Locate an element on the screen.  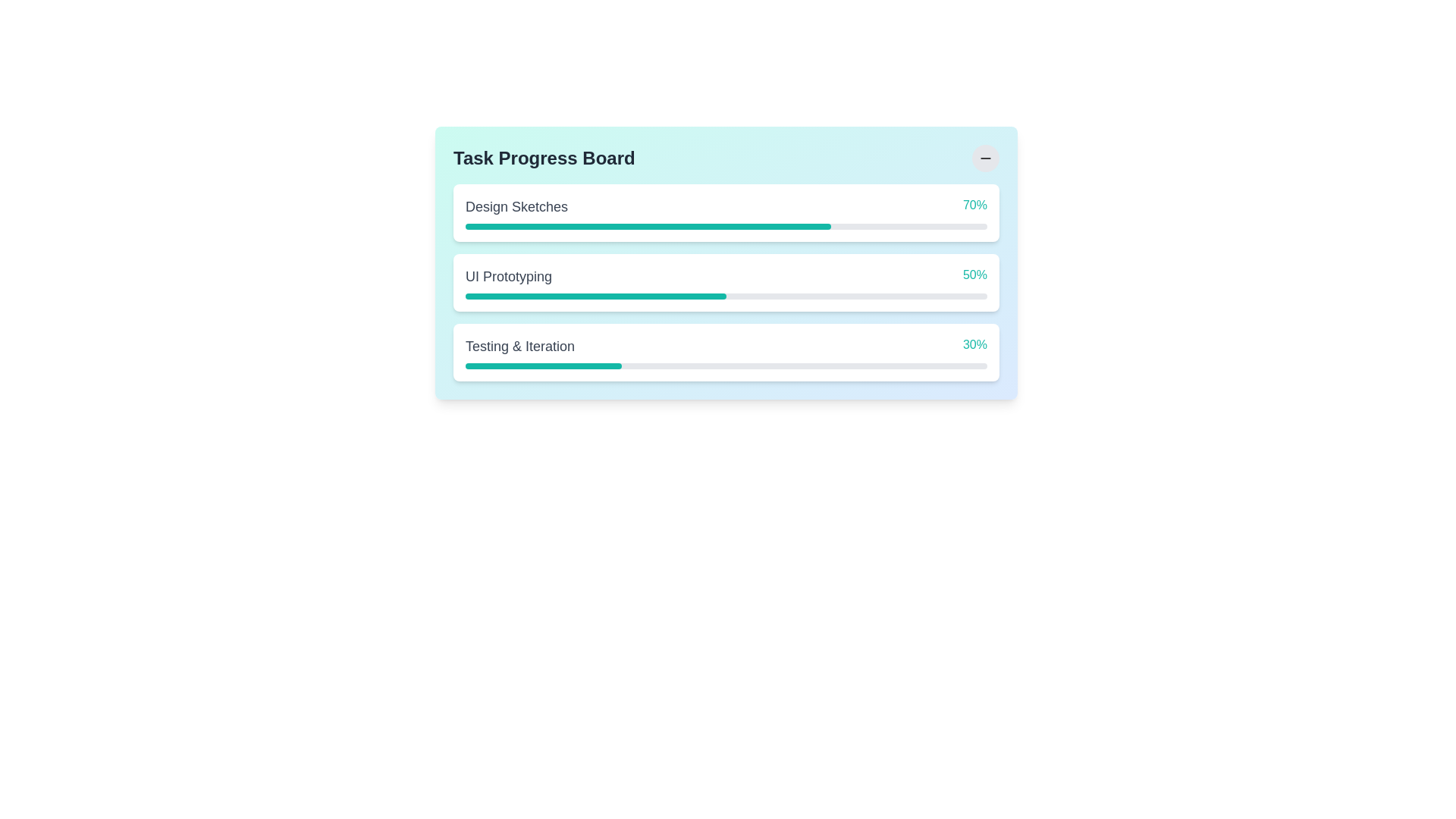
the progress bar indicator for the task 'Design Sketches' is located at coordinates (648, 227).